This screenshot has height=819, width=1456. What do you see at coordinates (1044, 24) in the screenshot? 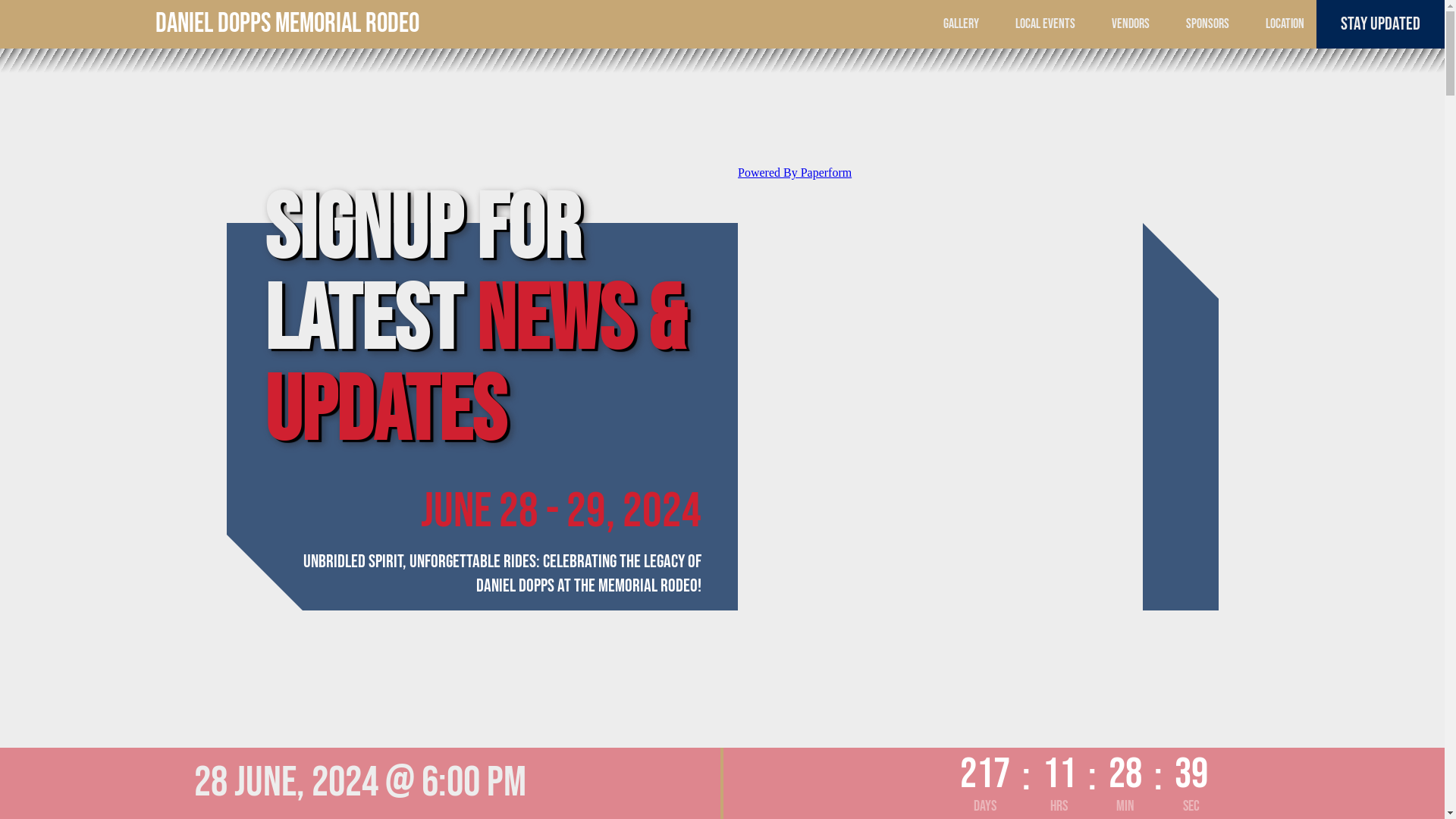
I see `'LOCAL EVENTS'` at bounding box center [1044, 24].